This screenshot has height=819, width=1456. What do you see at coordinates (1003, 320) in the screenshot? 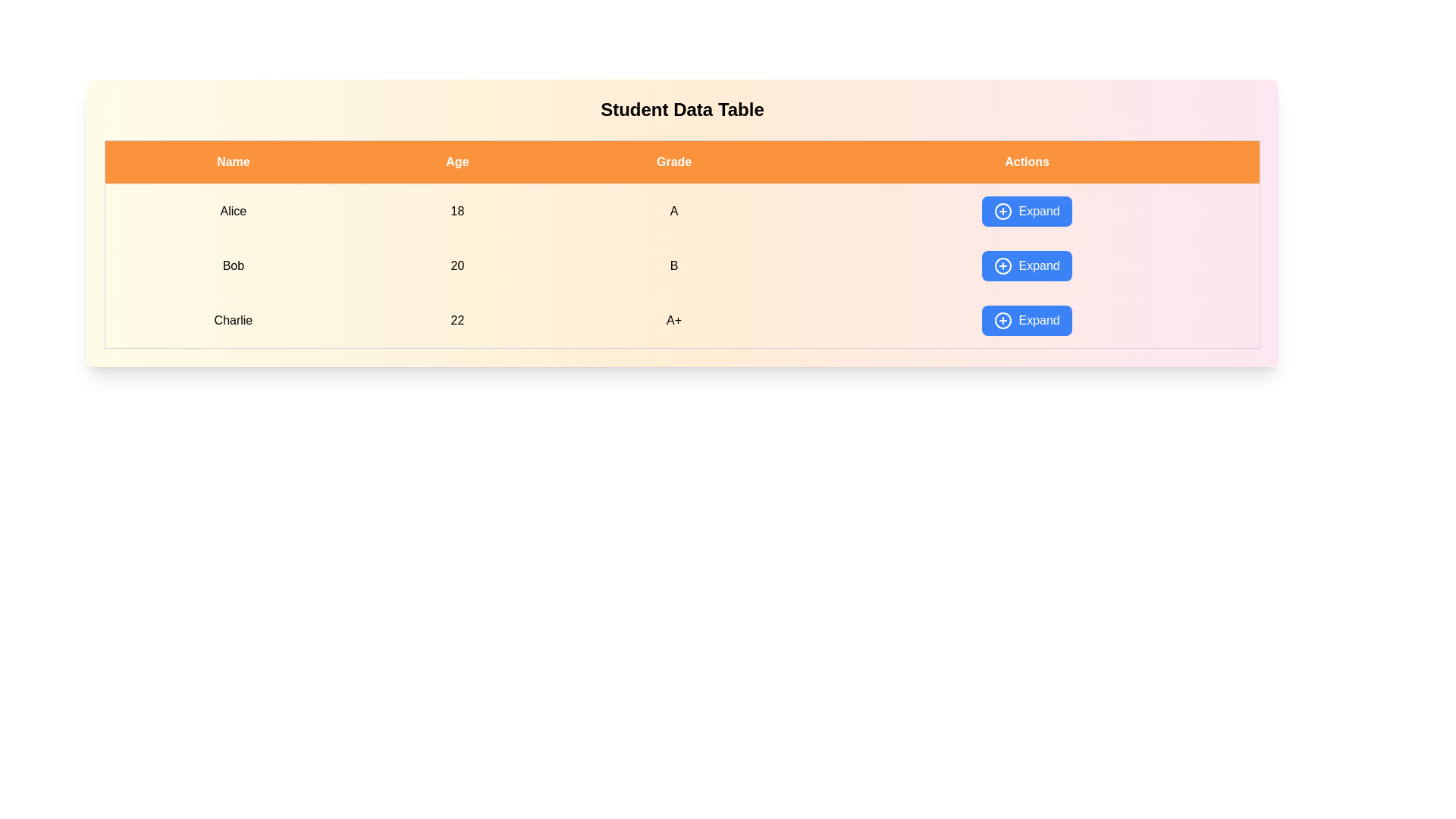
I see `the expansion icon located in the last 'Expand' button of the 'Actions' column for the row containing the student named 'Charlie'` at bounding box center [1003, 320].